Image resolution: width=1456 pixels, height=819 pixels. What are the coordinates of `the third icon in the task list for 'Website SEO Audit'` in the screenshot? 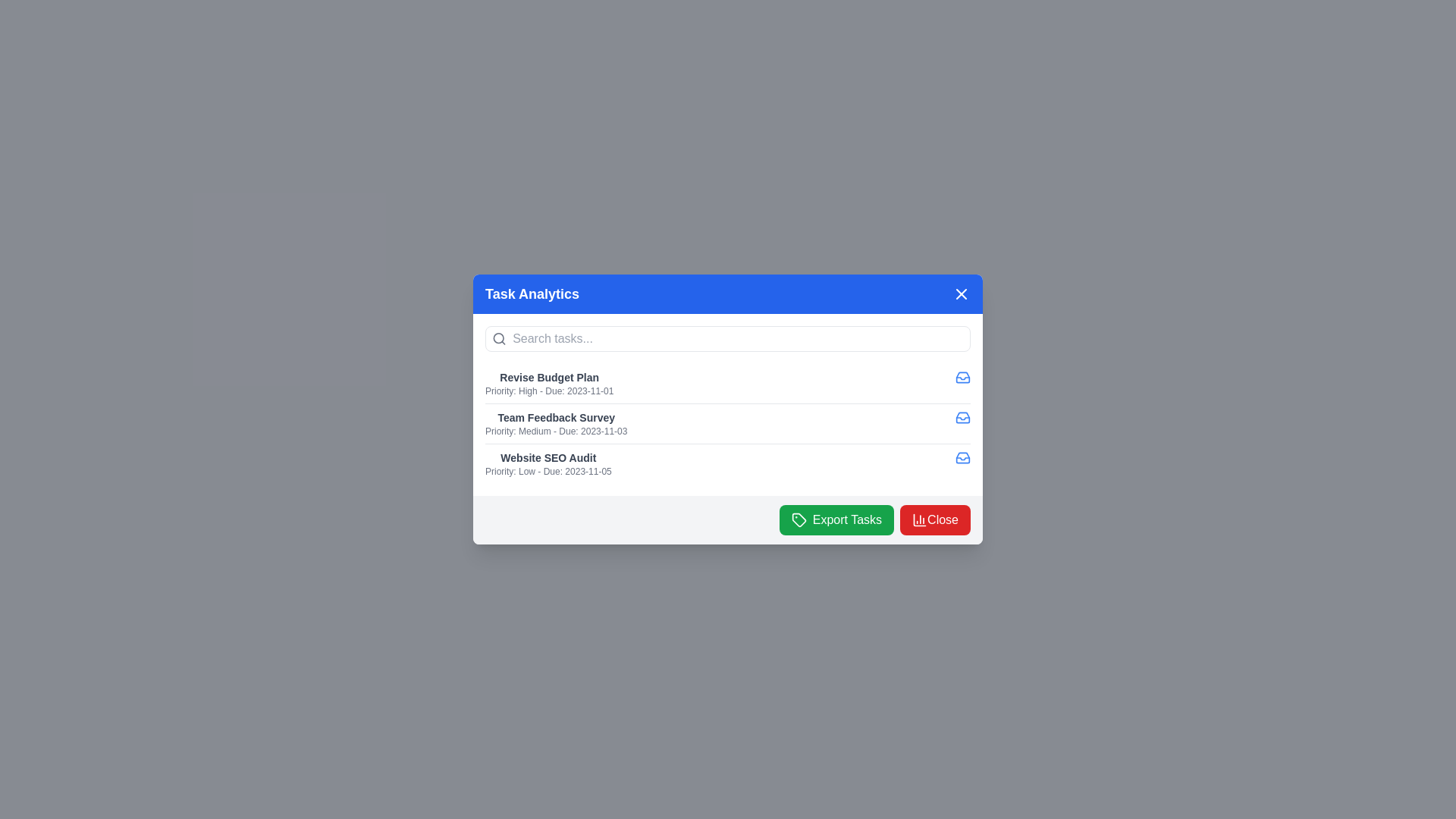 It's located at (962, 457).